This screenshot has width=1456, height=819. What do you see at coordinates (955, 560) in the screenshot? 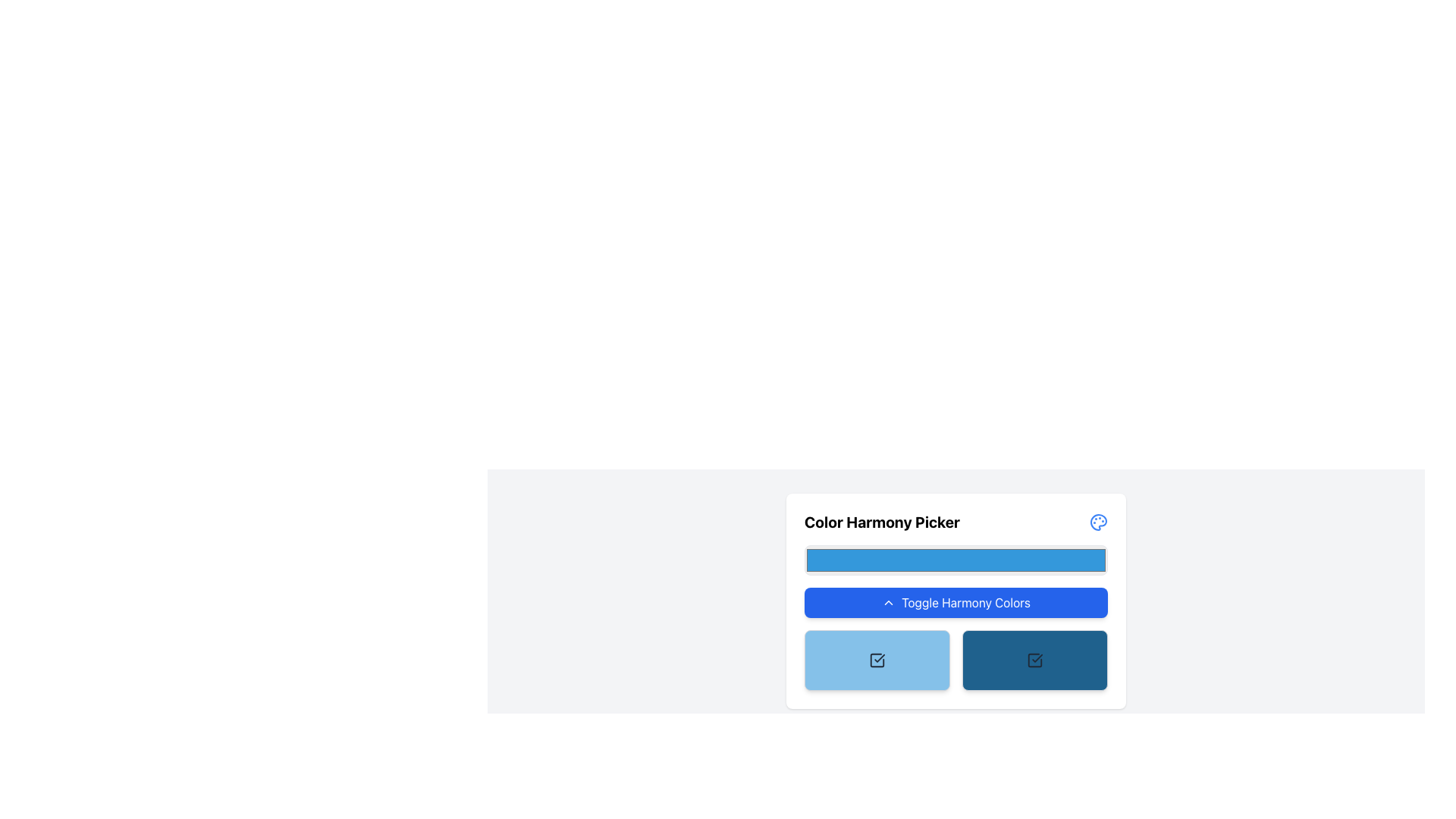
I see `the Color Picker Input element, which displays a blue background for the selected color, located below the 'Color Harmony Picker' title and above the 'Toggle Harmony Colors' button` at bounding box center [955, 560].